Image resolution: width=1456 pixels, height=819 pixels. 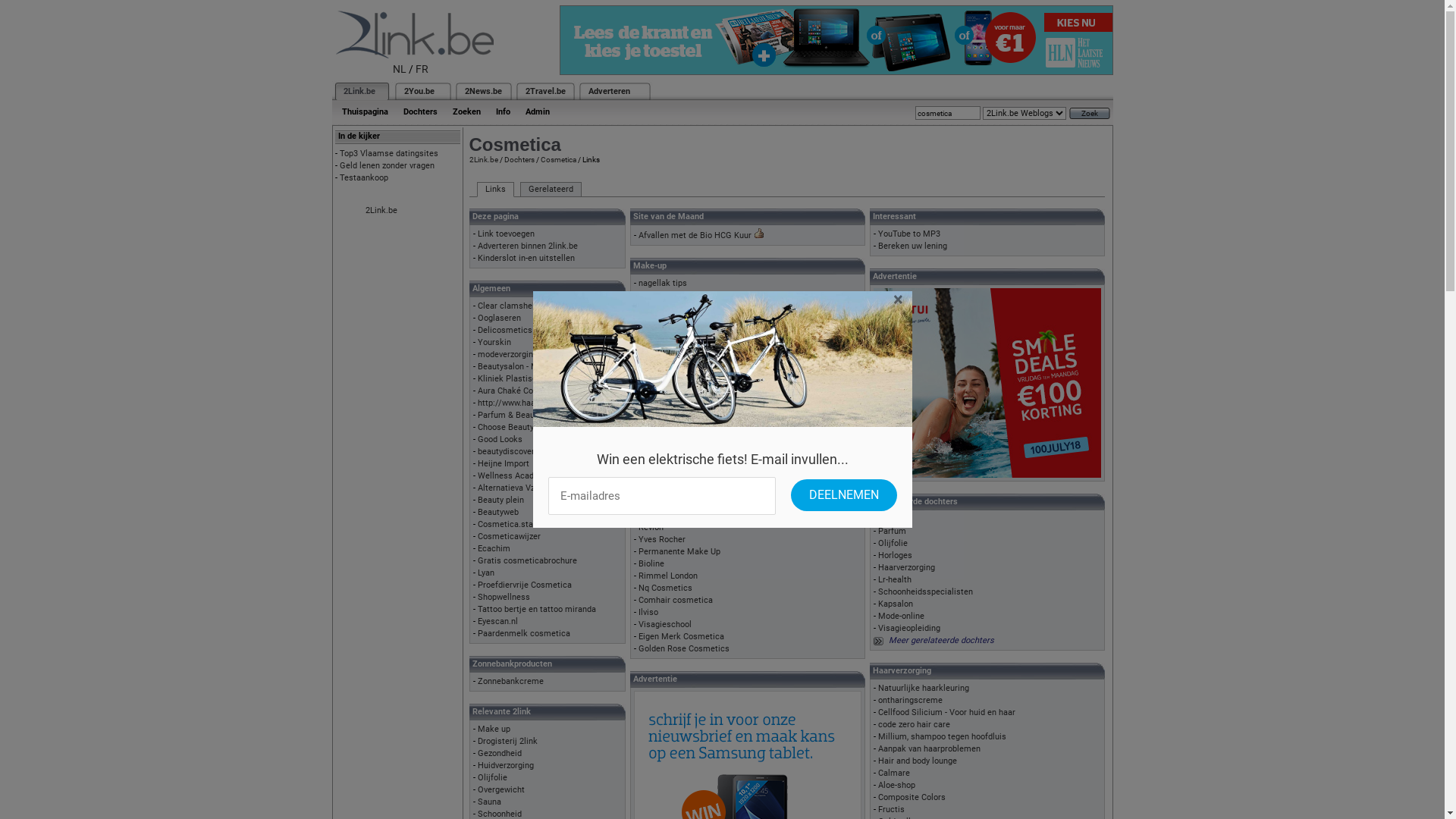 I want to click on 'Composite Colors', so click(x=911, y=796).